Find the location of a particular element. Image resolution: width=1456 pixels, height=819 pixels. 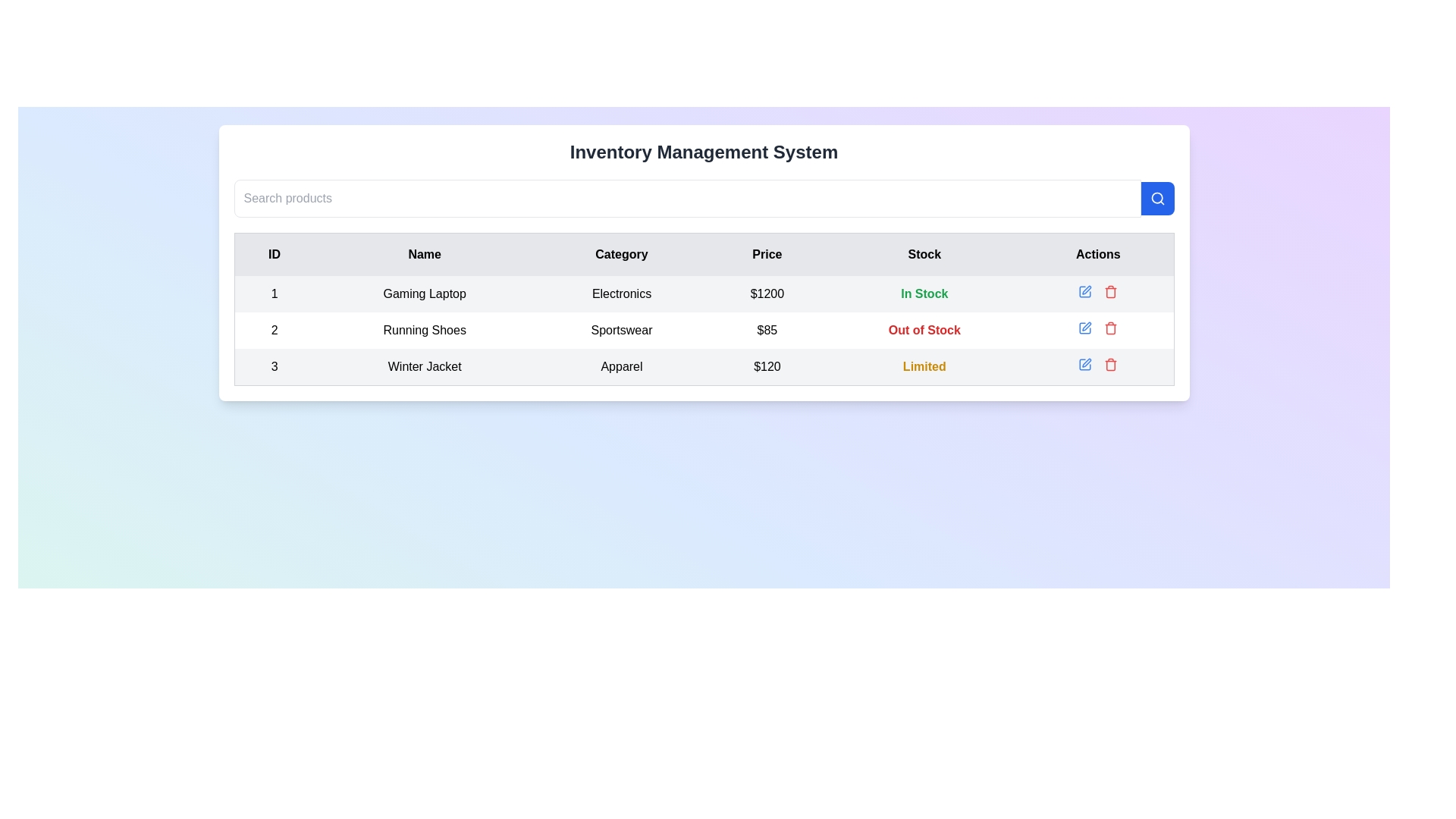

the magnifying glass icon located at the top-right corner of the blue search button to highlight it is located at coordinates (1156, 198).